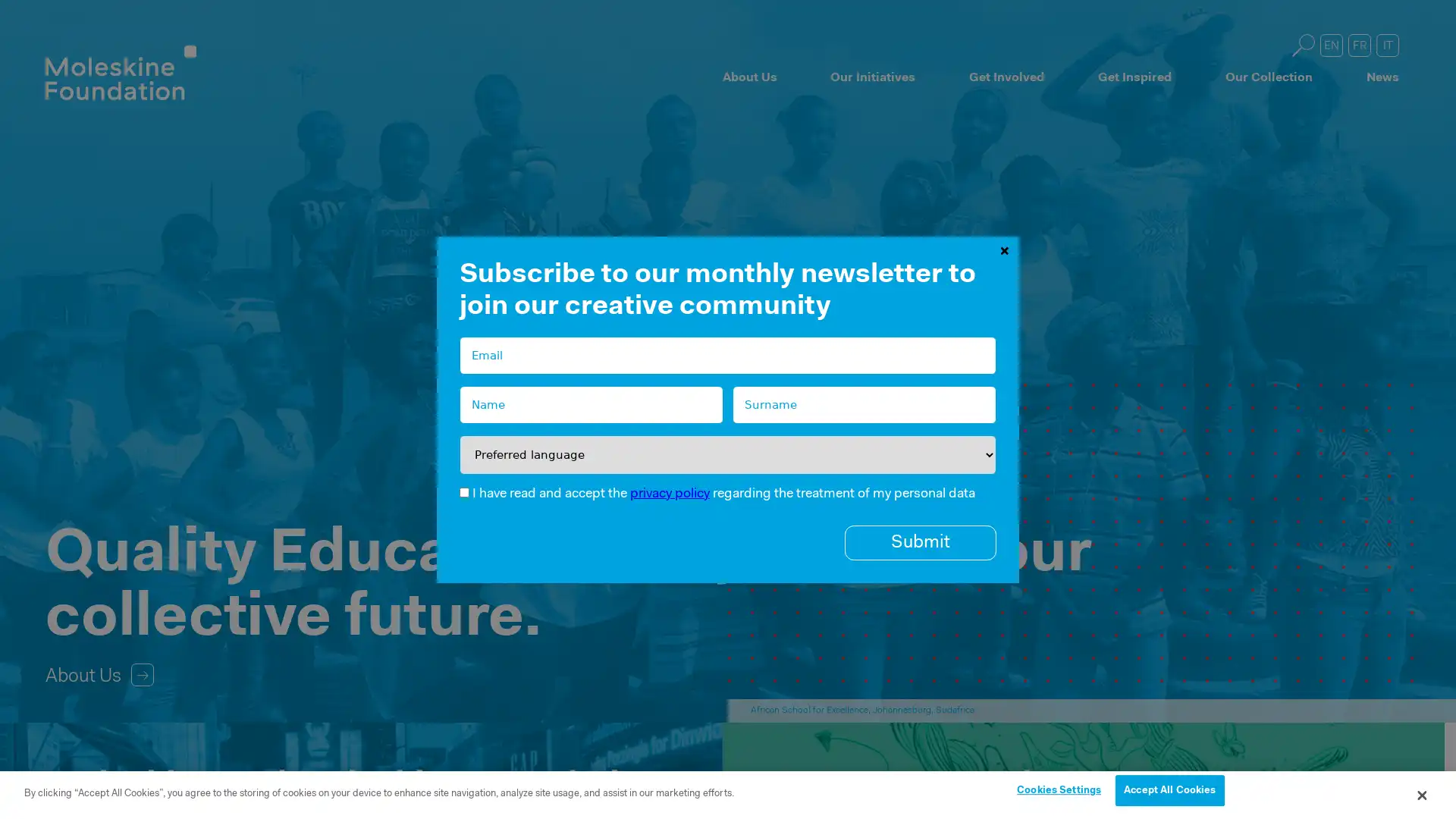  Describe the element at coordinates (1004, 249) in the screenshot. I see `Close` at that location.